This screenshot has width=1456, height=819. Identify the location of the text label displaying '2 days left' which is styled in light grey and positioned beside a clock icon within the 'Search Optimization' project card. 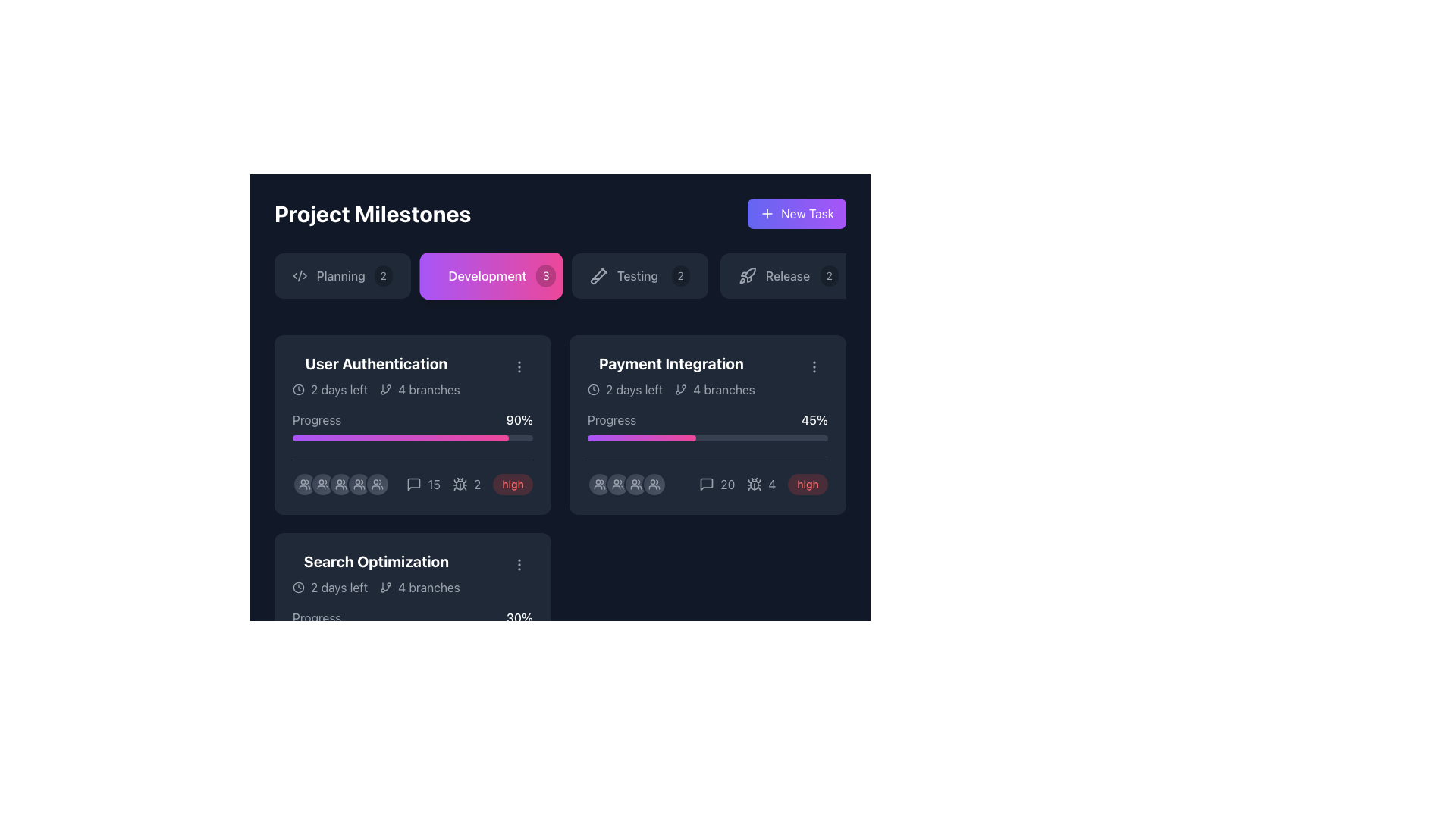
(338, 587).